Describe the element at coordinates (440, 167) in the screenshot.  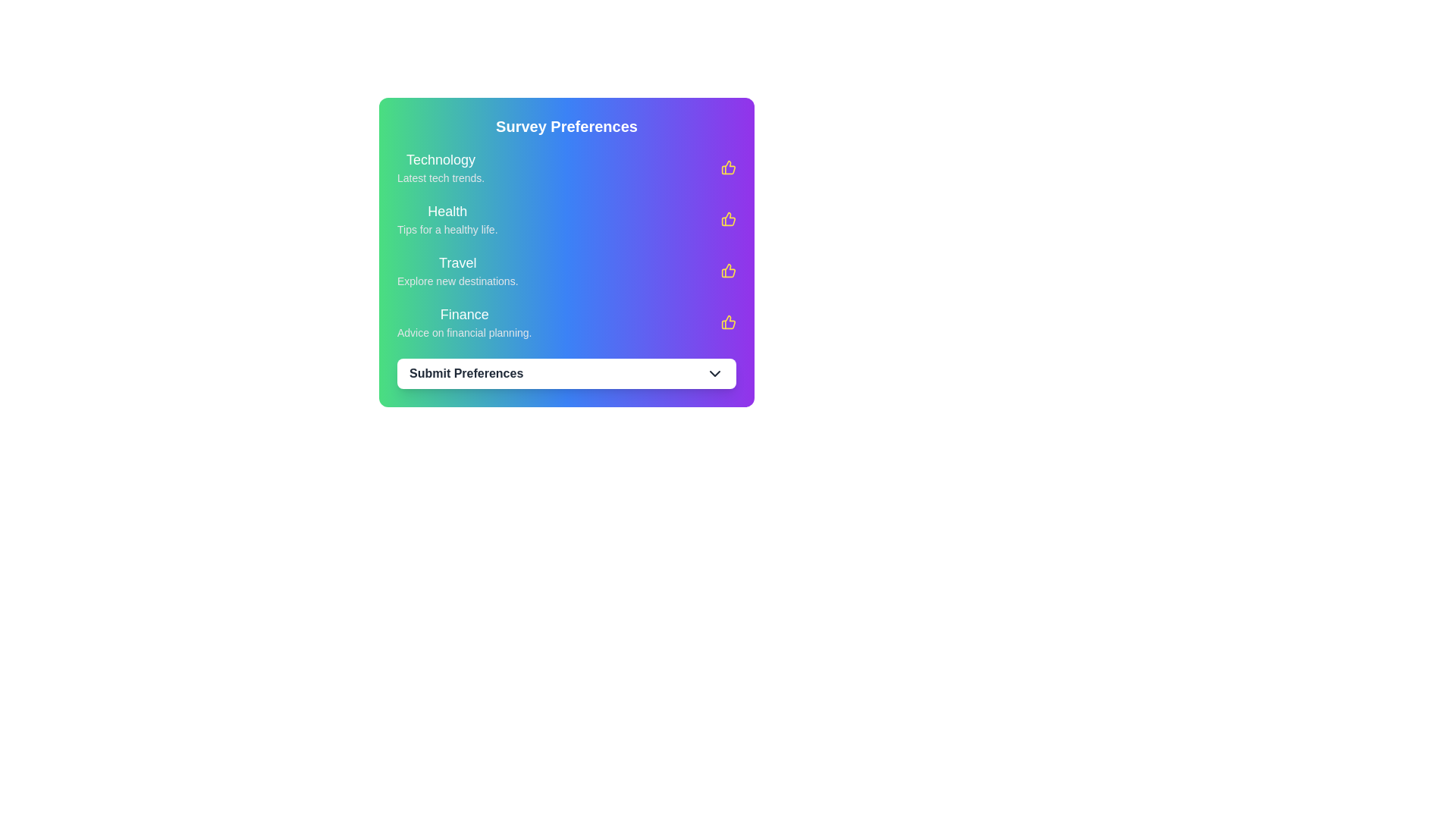
I see `information from the text block labeled 'Technology' with the subtitle 'Latest tech trends' located at the top of the 'Survey Preferences' section` at that location.